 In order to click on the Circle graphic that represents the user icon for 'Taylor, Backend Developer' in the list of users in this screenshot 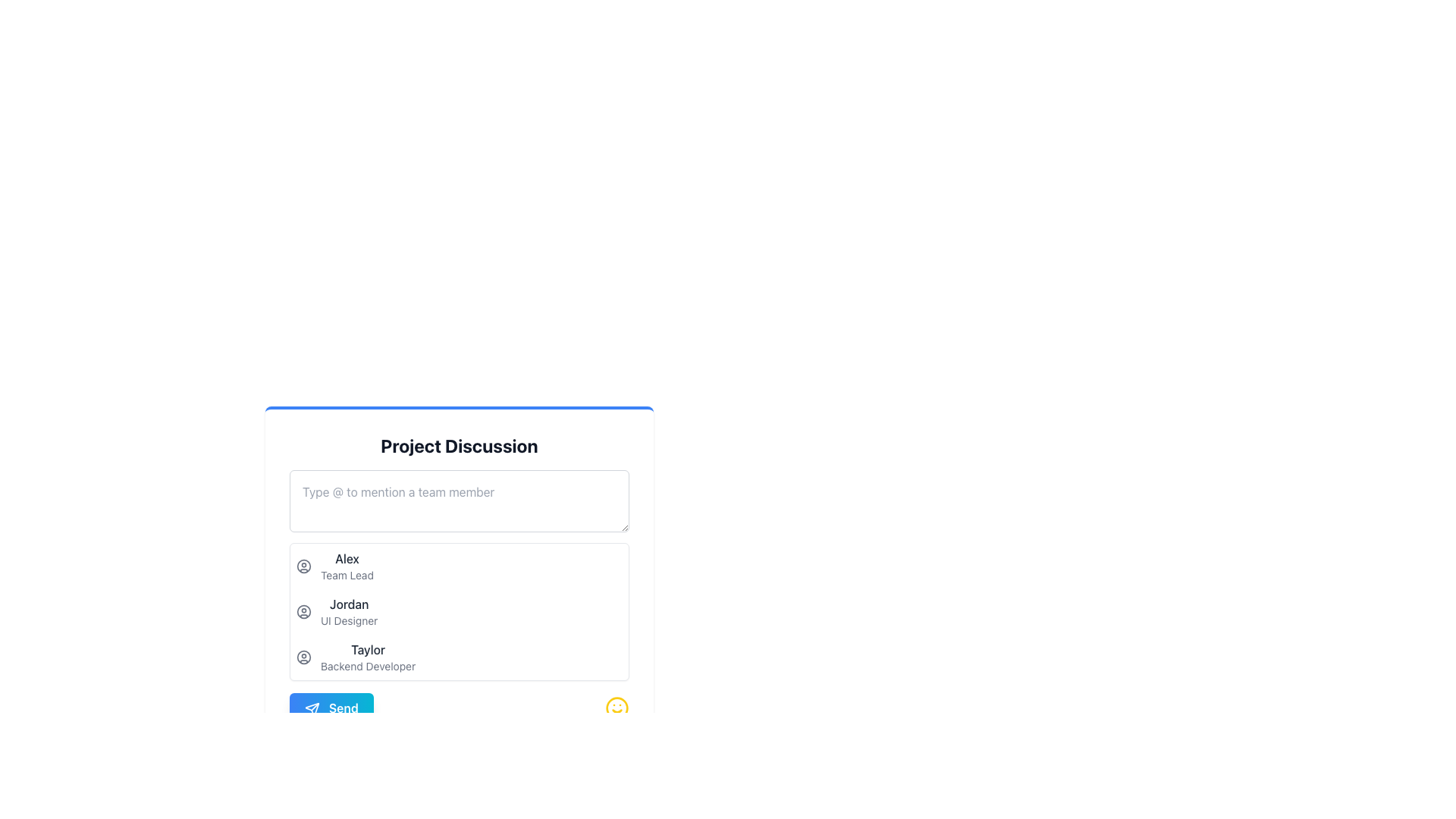, I will do `click(303, 657)`.